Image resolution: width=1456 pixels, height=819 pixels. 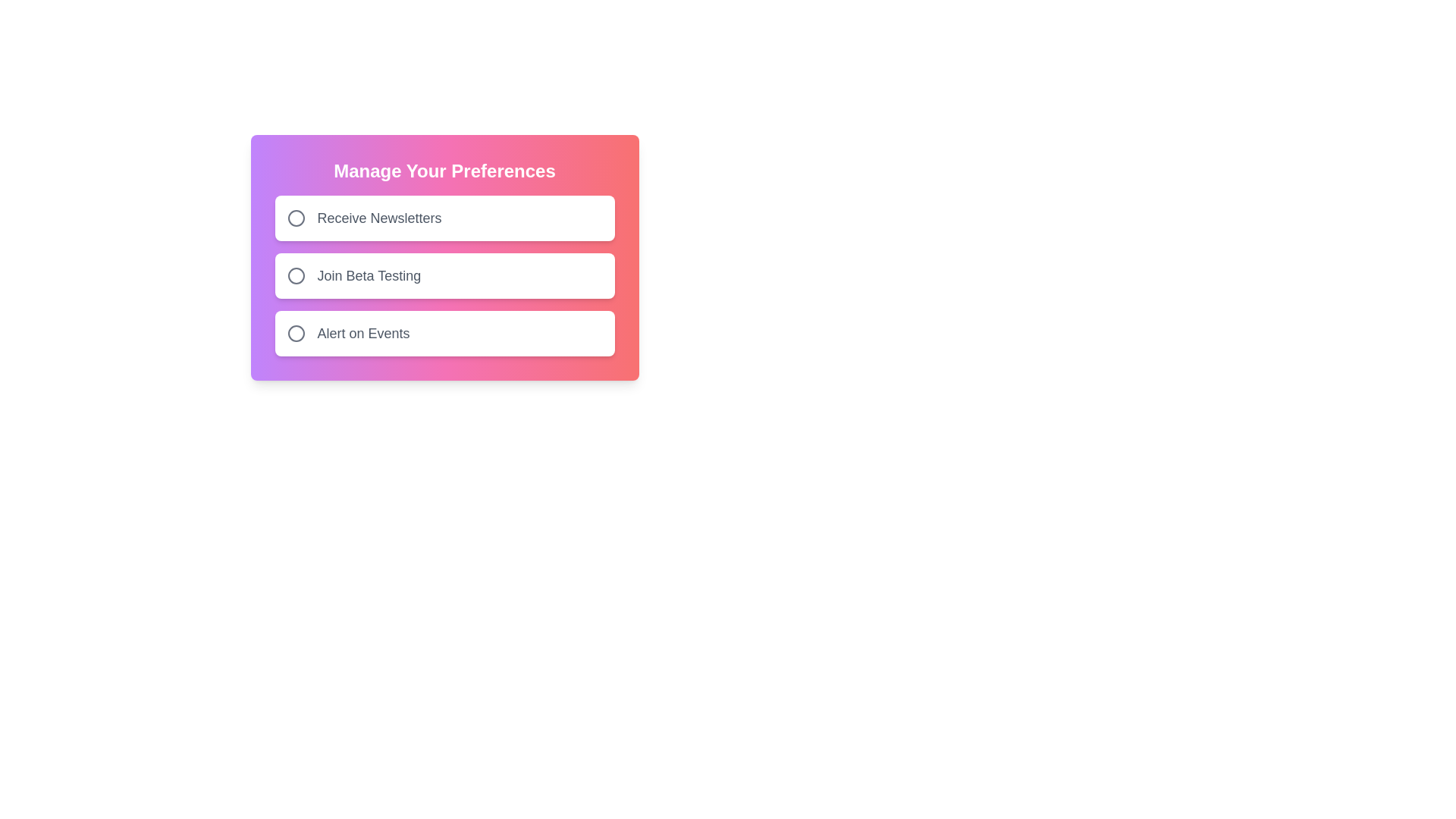 What do you see at coordinates (362, 332) in the screenshot?
I see `static text label displaying 'Alert on Events', which is styled with a medium-sized gray font inside a white rounded rectangle on a gradient background` at bounding box center [362, 332].